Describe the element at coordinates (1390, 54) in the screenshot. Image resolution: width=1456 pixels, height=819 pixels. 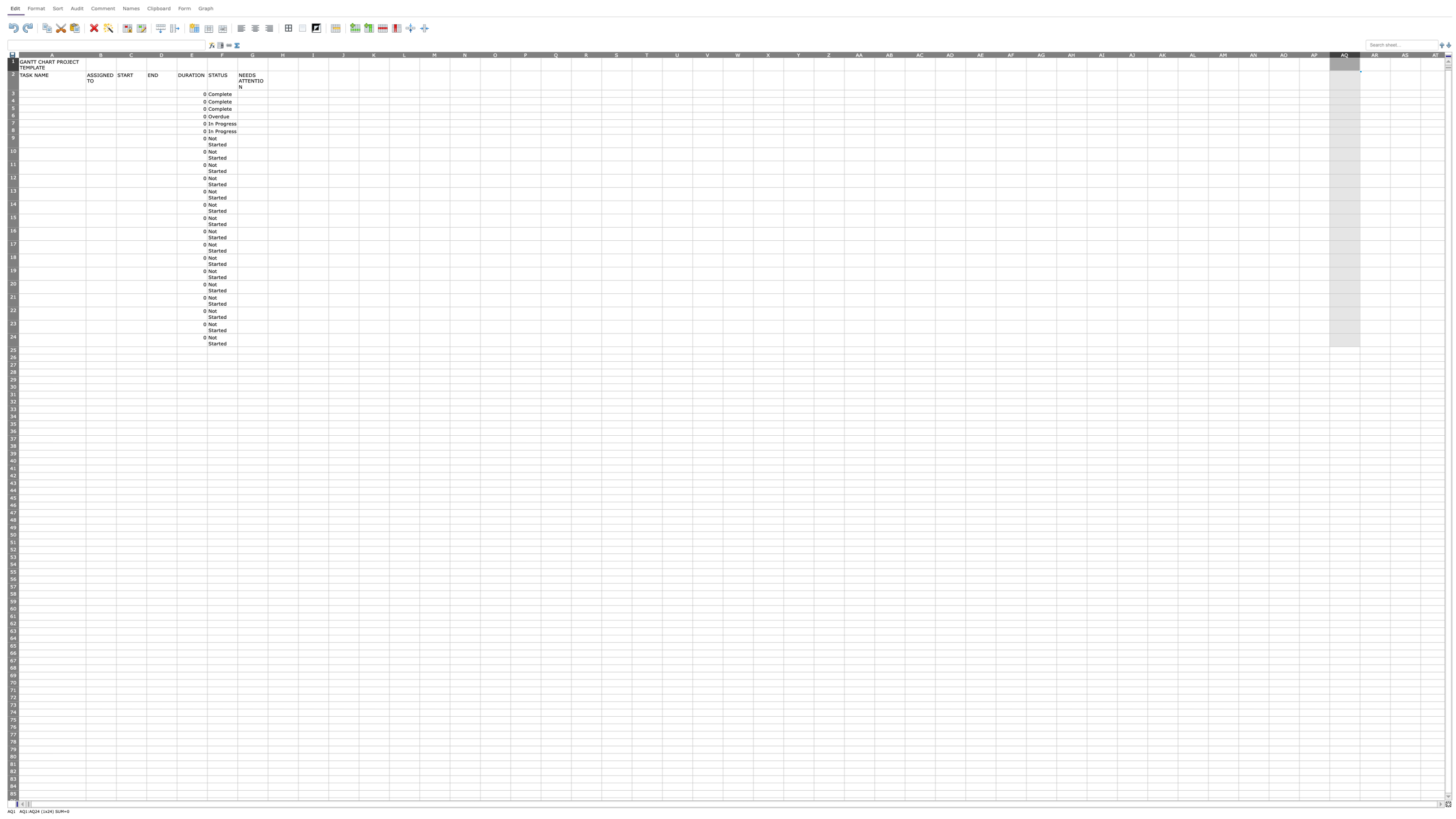
I see `the right edge of column AR, for next step resizing the column` at that location.